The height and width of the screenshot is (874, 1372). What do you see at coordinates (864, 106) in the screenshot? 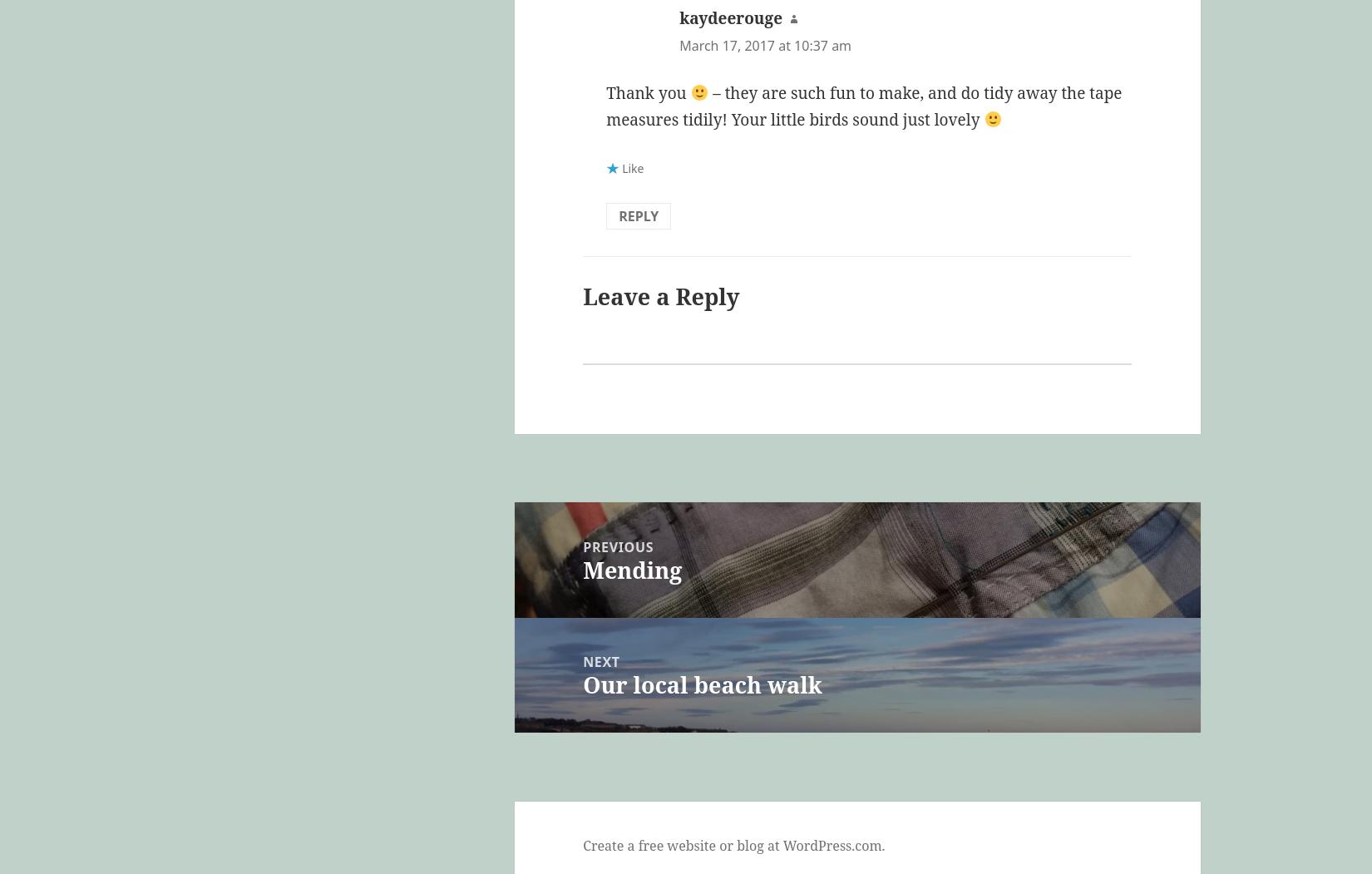
I see `'– they are such fun to make, and do tidy away the tape measures tidily!  Your little birds sound just lovely'` at bounding box center [864, 106].